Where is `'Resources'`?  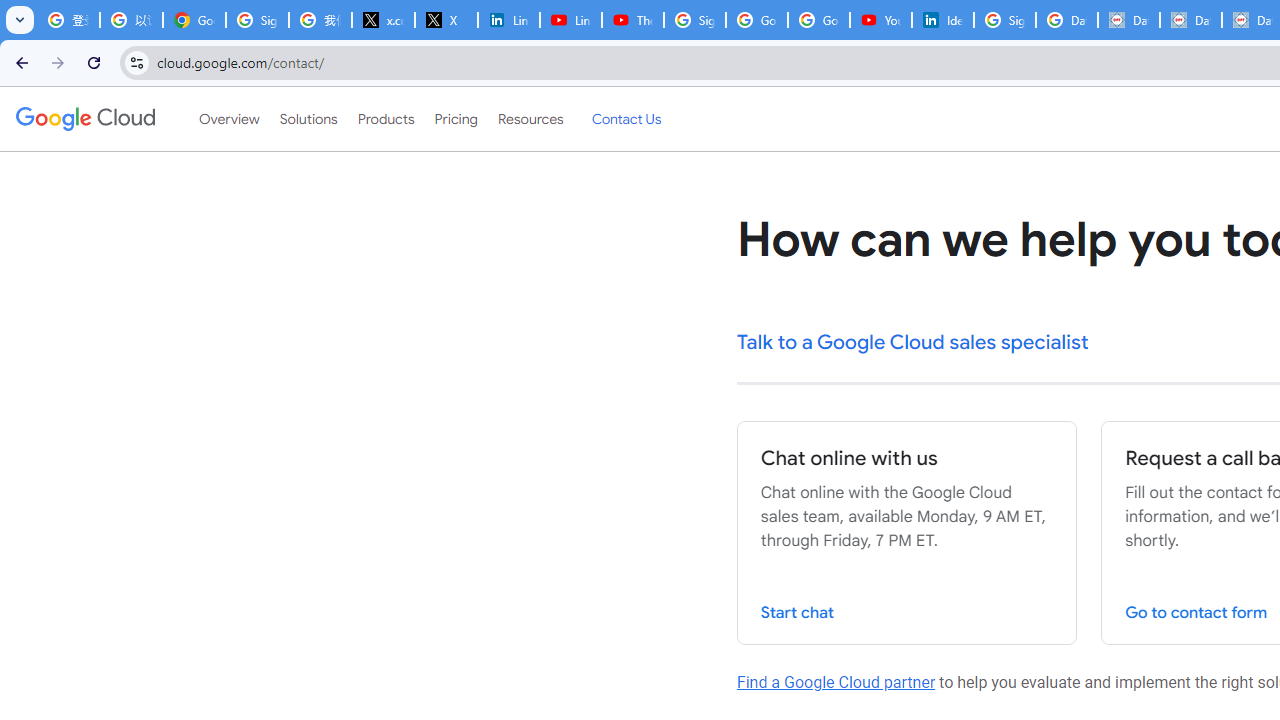
'Resources' is located at coordinates (530, 119).